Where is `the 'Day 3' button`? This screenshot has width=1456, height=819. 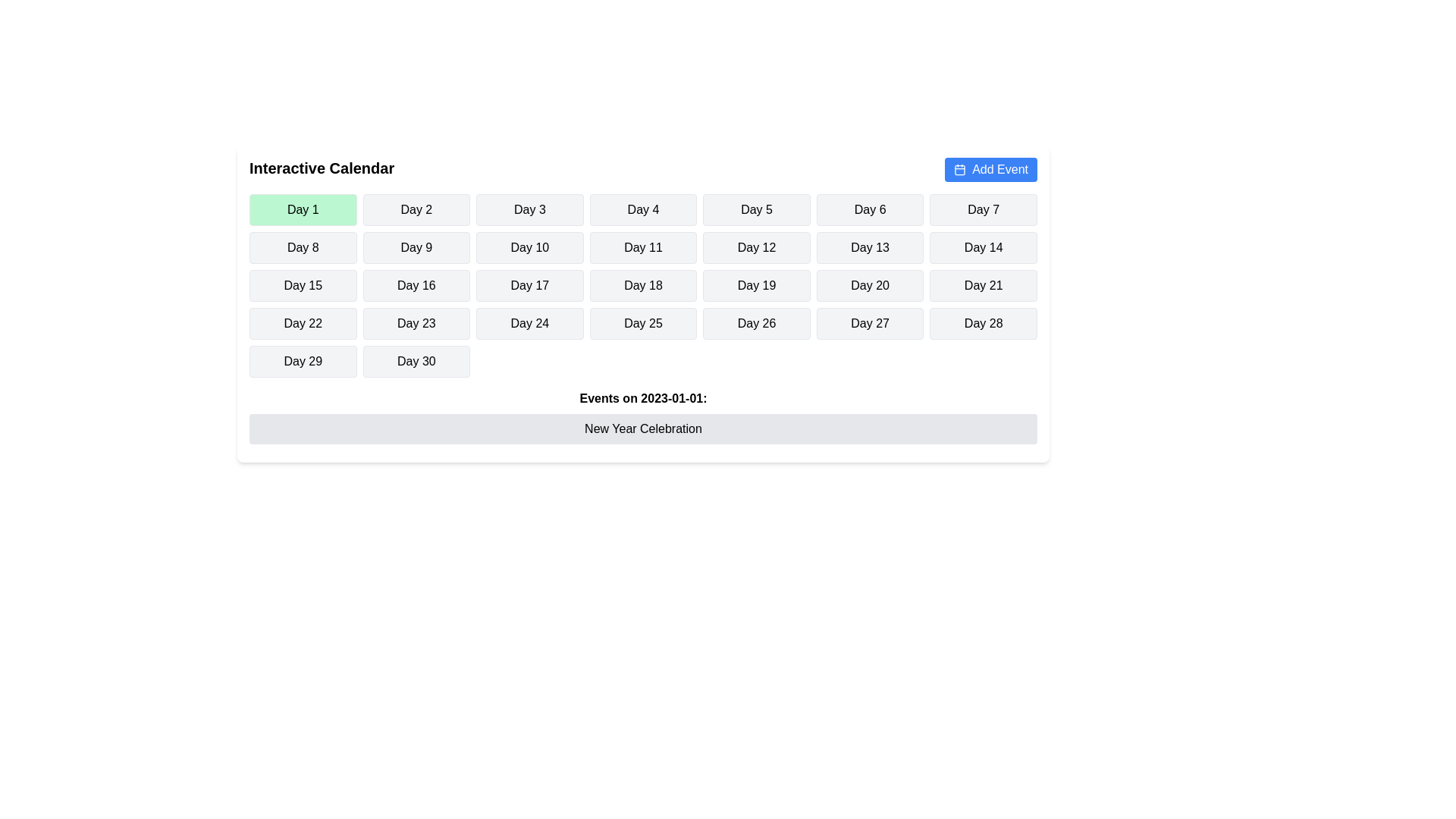 the 'Day 3' button is located at coordinates (529, 210).